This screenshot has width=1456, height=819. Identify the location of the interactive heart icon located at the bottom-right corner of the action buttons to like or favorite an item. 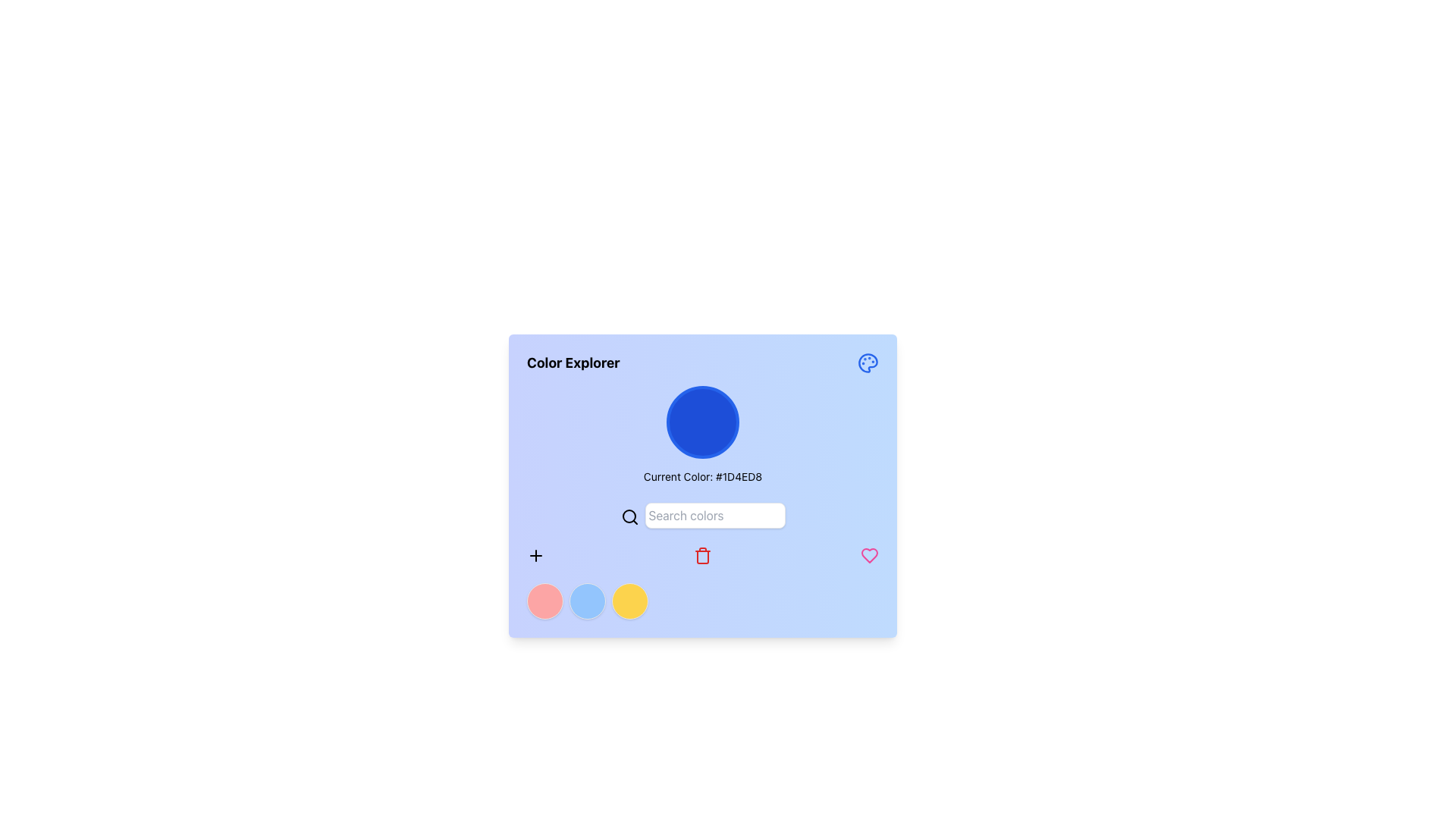
(870, 555).